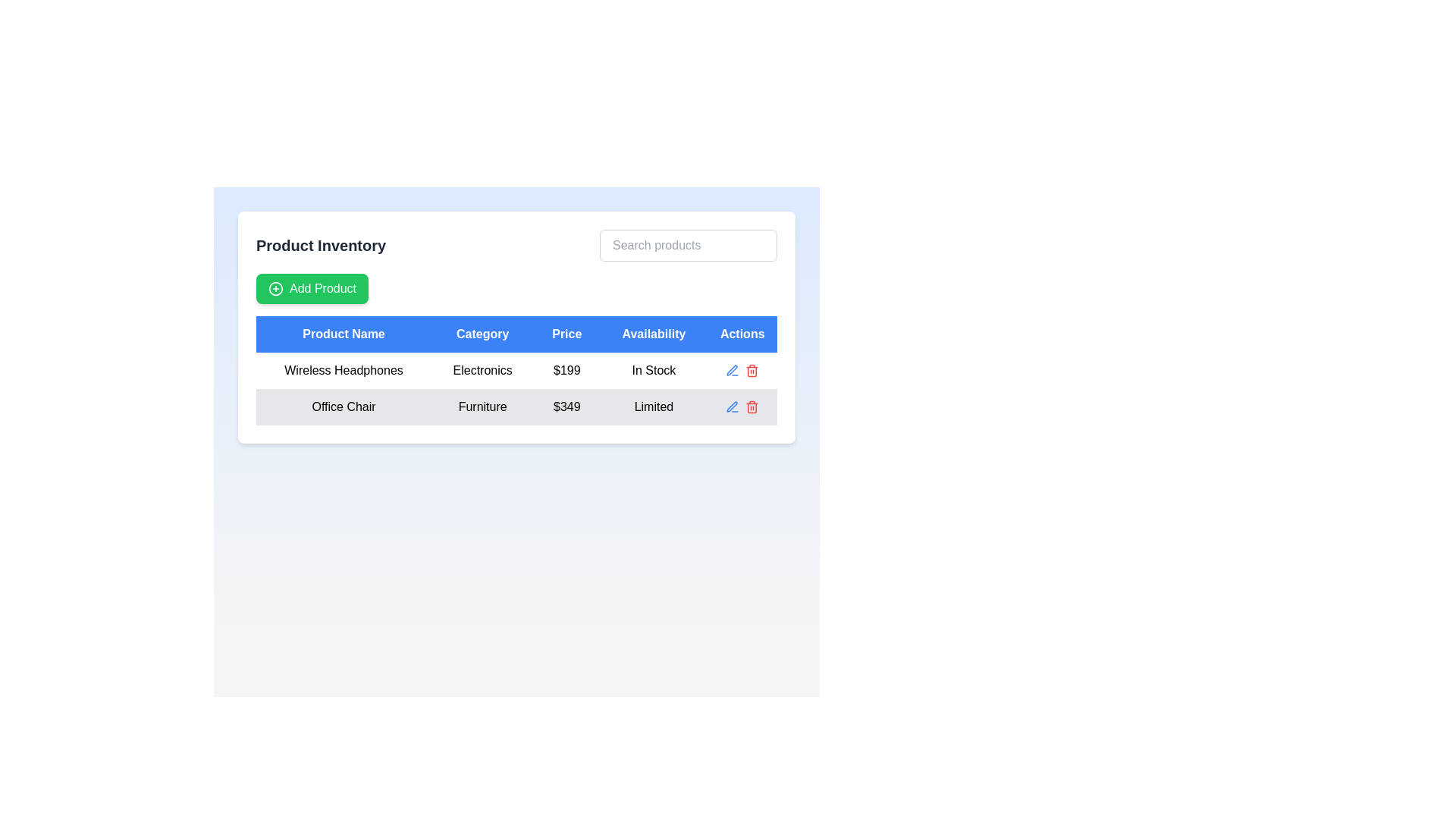 The image size is (1456, 819). Describe the element at coordinates (742, 371) in the screenshot. I see `the trashcan icon in the actions column of the row for 'Wireless Headphones', which is part of a horizontally-aligned group of interactive icons` at that location.